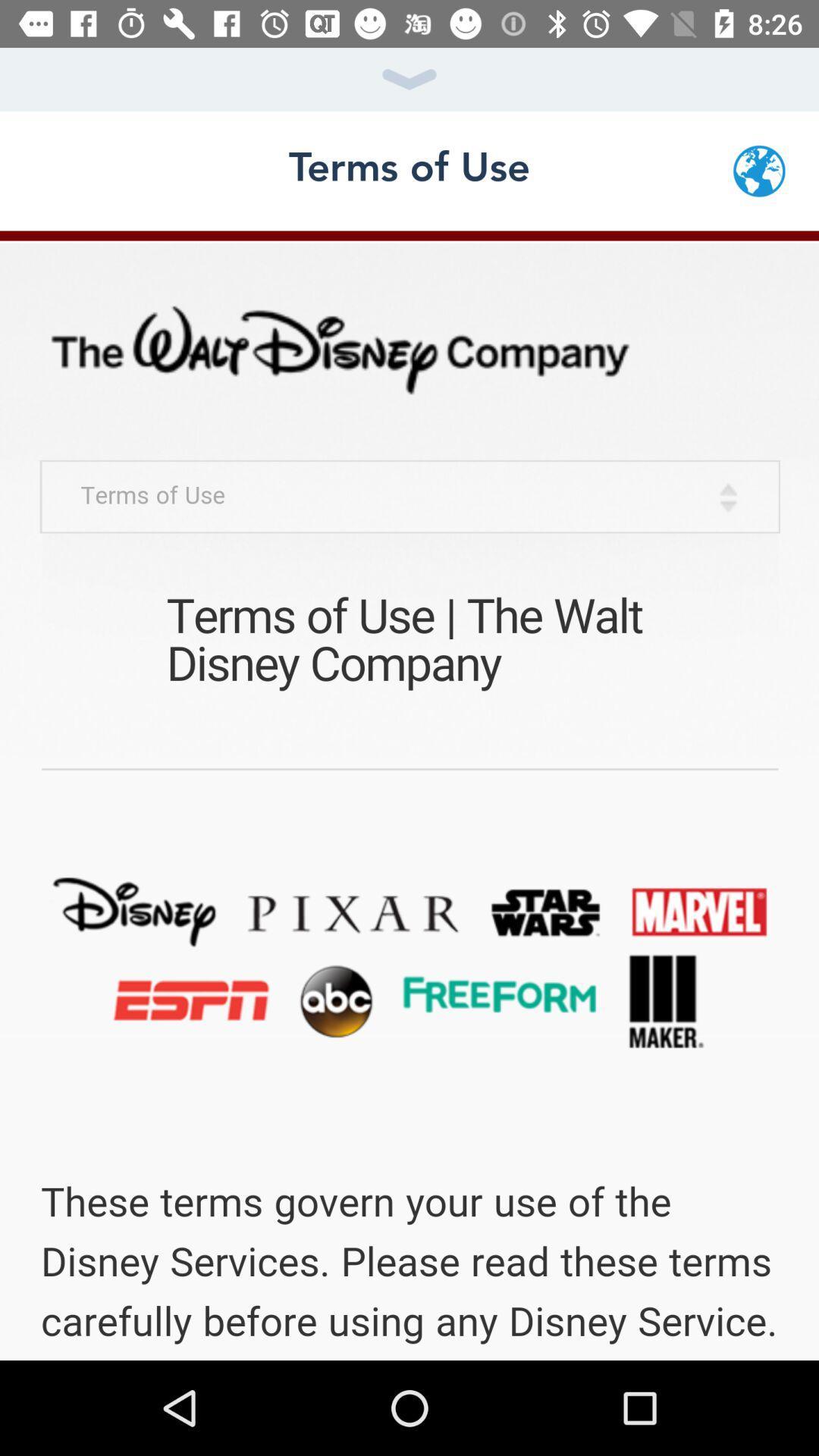 This screenshot has width=819, height=1456. Describe the element at coordinates (409, 795) in the screenshot. I see `terms of use` at that location.